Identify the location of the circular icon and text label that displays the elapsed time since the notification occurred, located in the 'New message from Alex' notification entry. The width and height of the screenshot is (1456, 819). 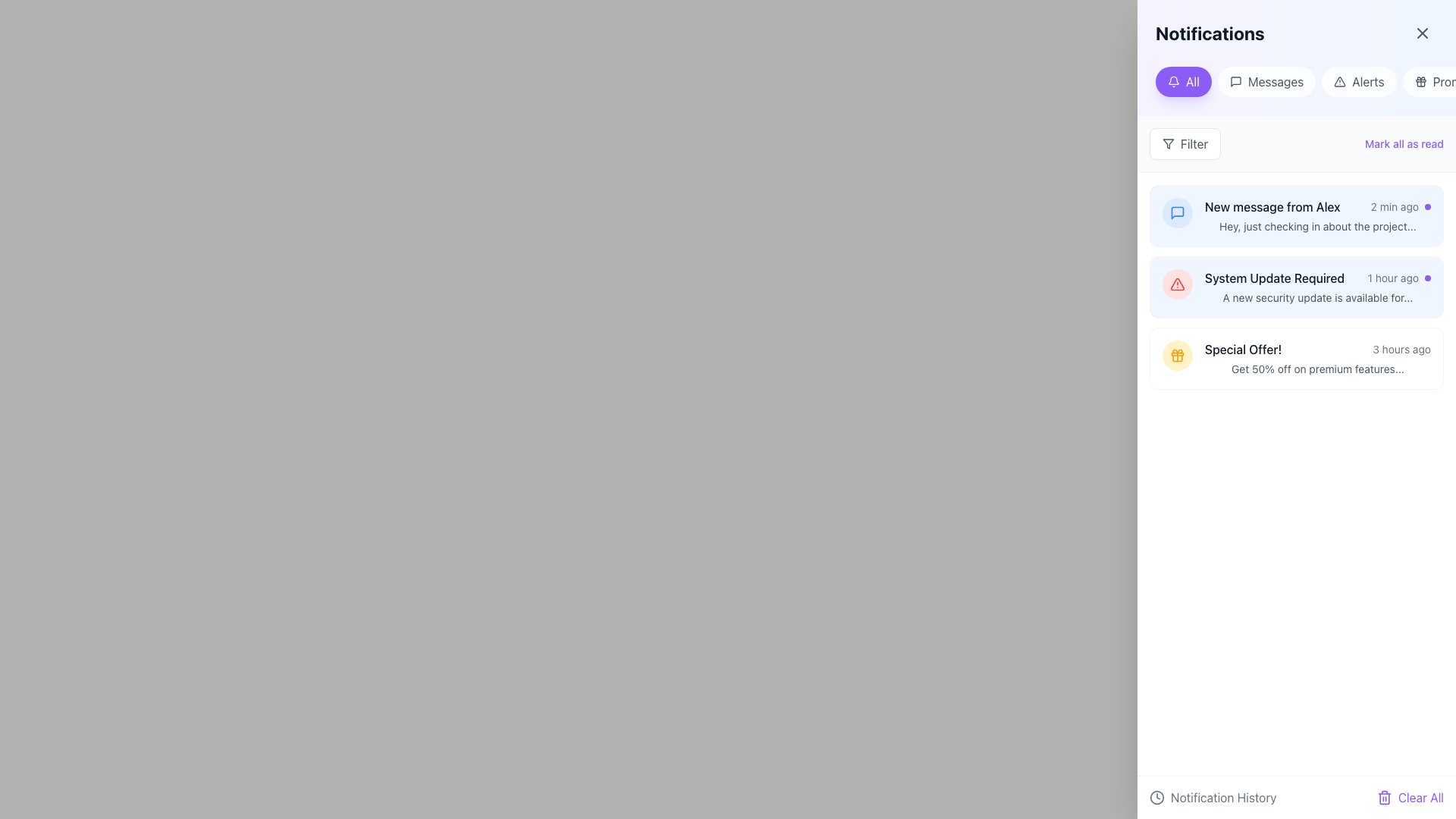
(1400, 207).